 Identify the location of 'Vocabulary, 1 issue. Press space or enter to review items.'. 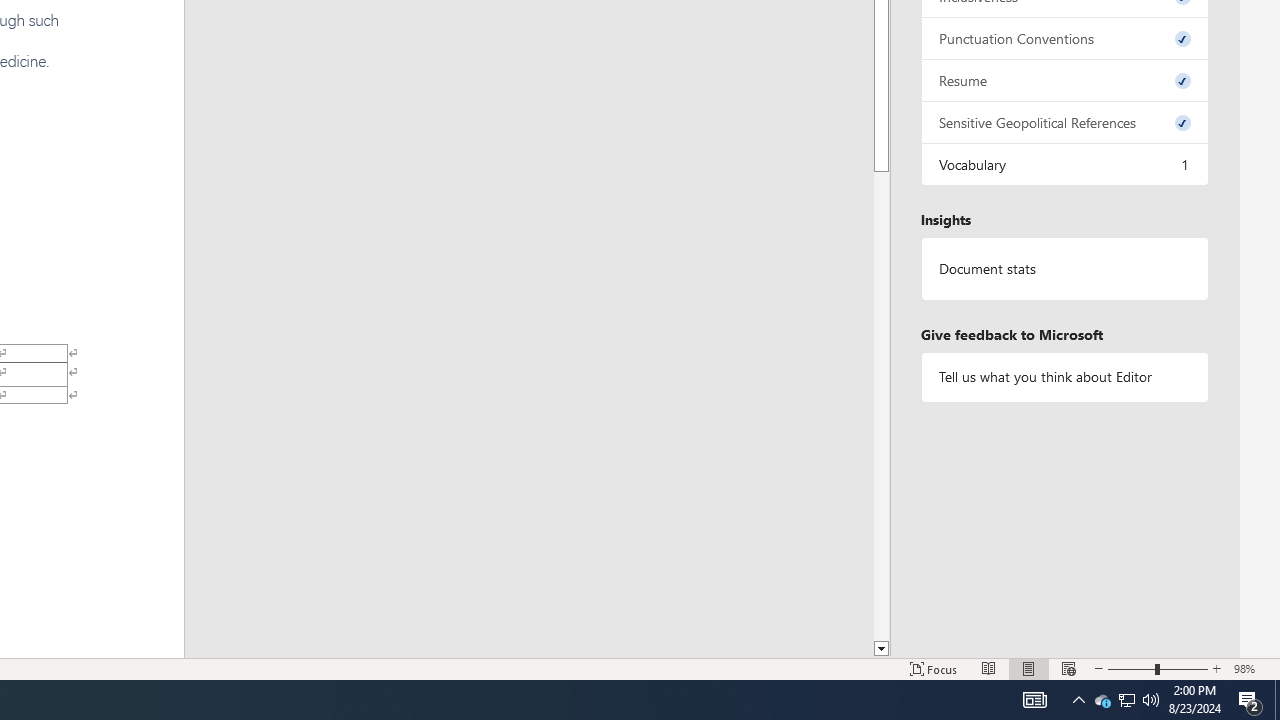
(1063, 163).